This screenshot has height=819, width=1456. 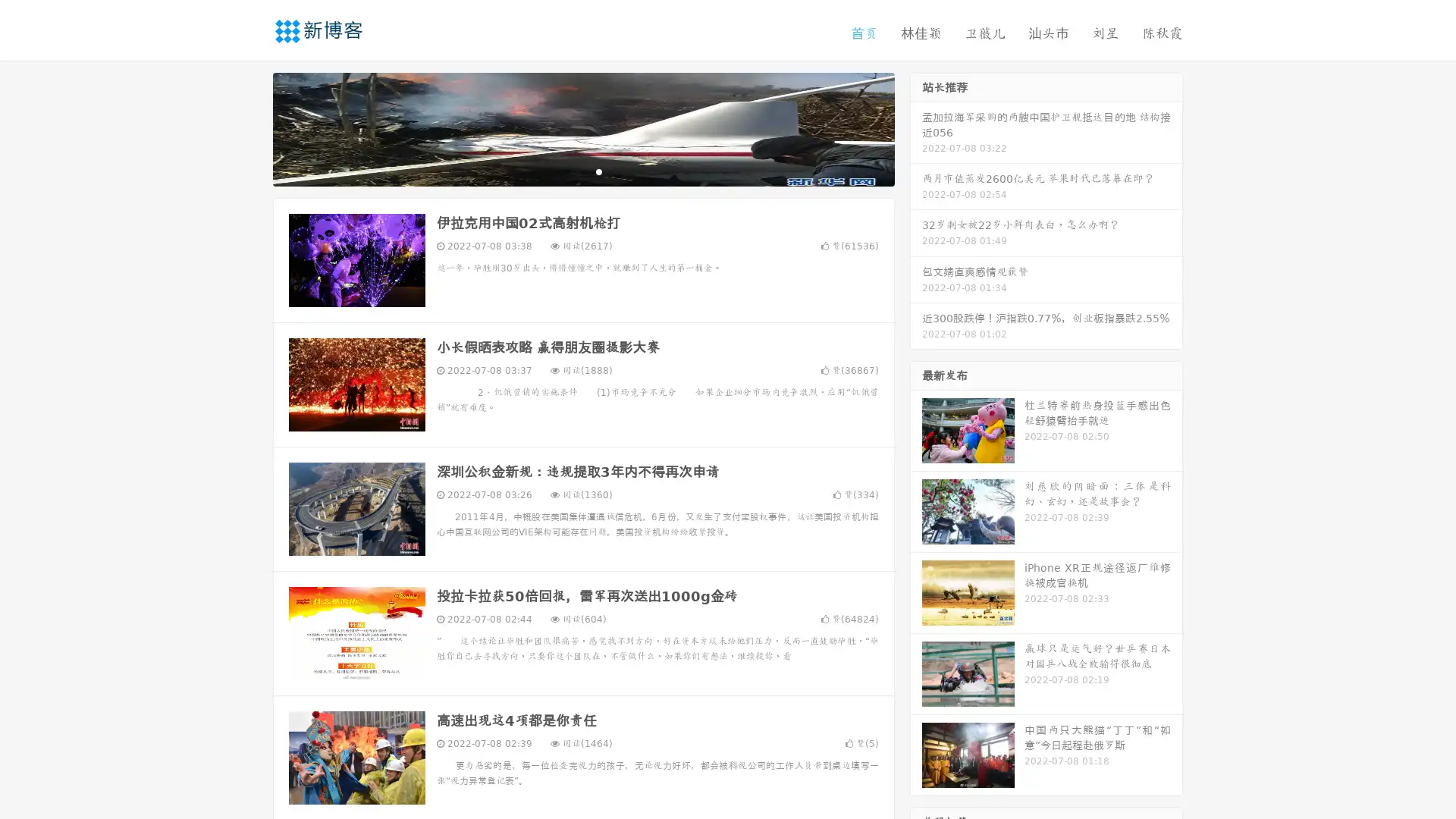 I want to click on Next slide, so click(x=916, y=127).